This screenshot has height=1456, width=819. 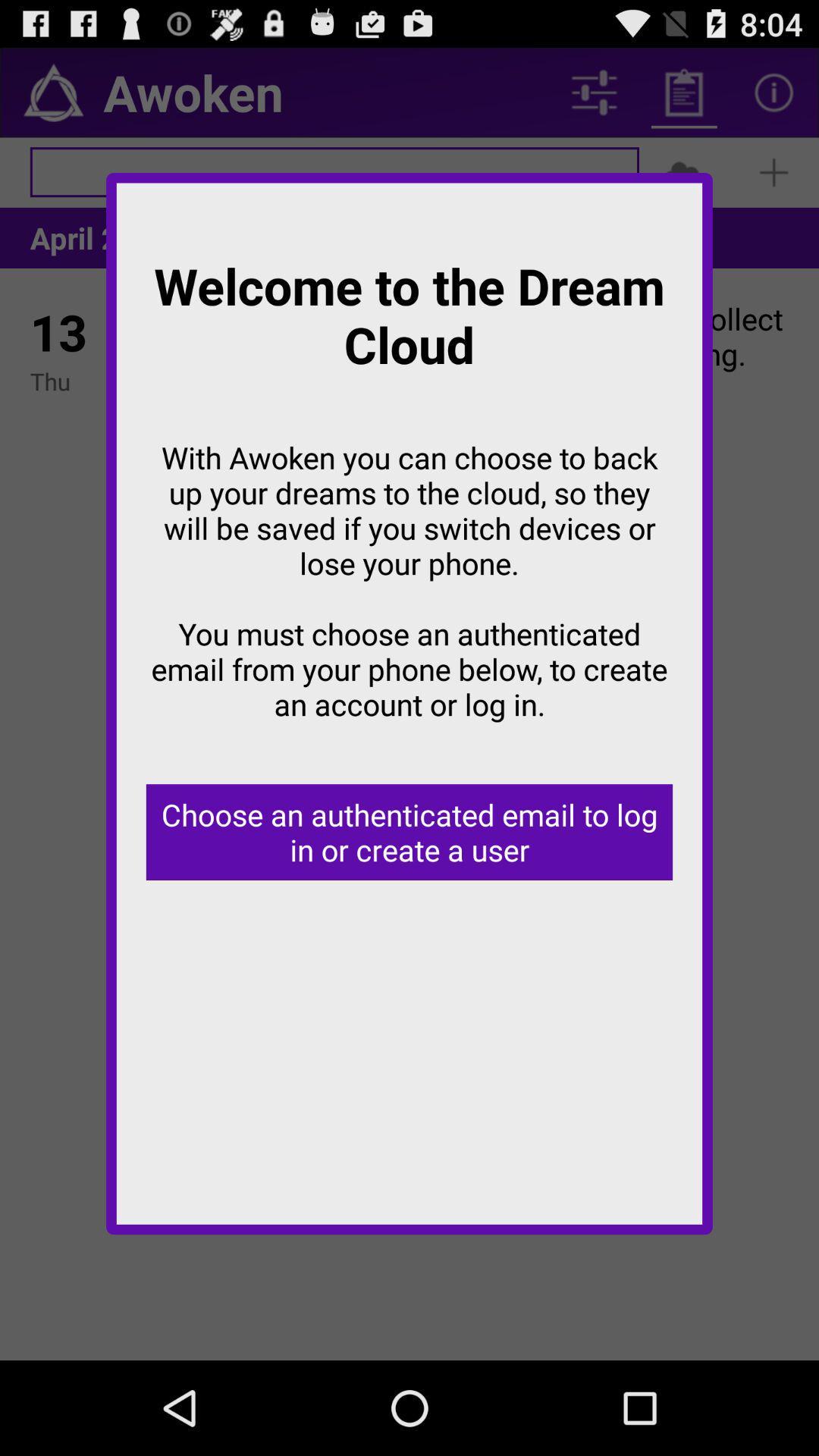 What do you see at coordinates (409, 831) in the screenshot?
I see `choose an authenticated item` at bounding box center [409, 831].